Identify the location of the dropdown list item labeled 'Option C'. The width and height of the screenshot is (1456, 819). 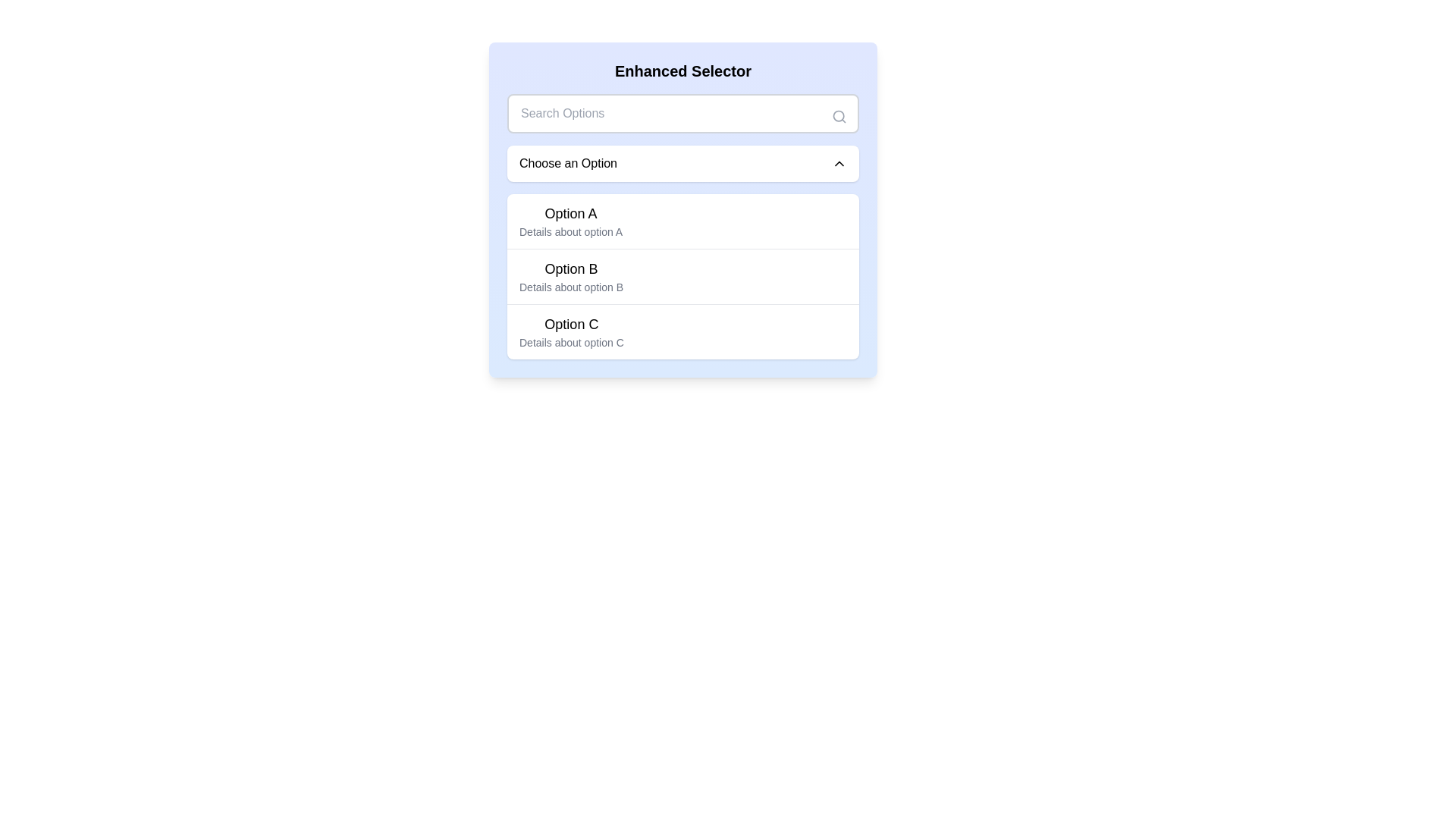
(682, 331).